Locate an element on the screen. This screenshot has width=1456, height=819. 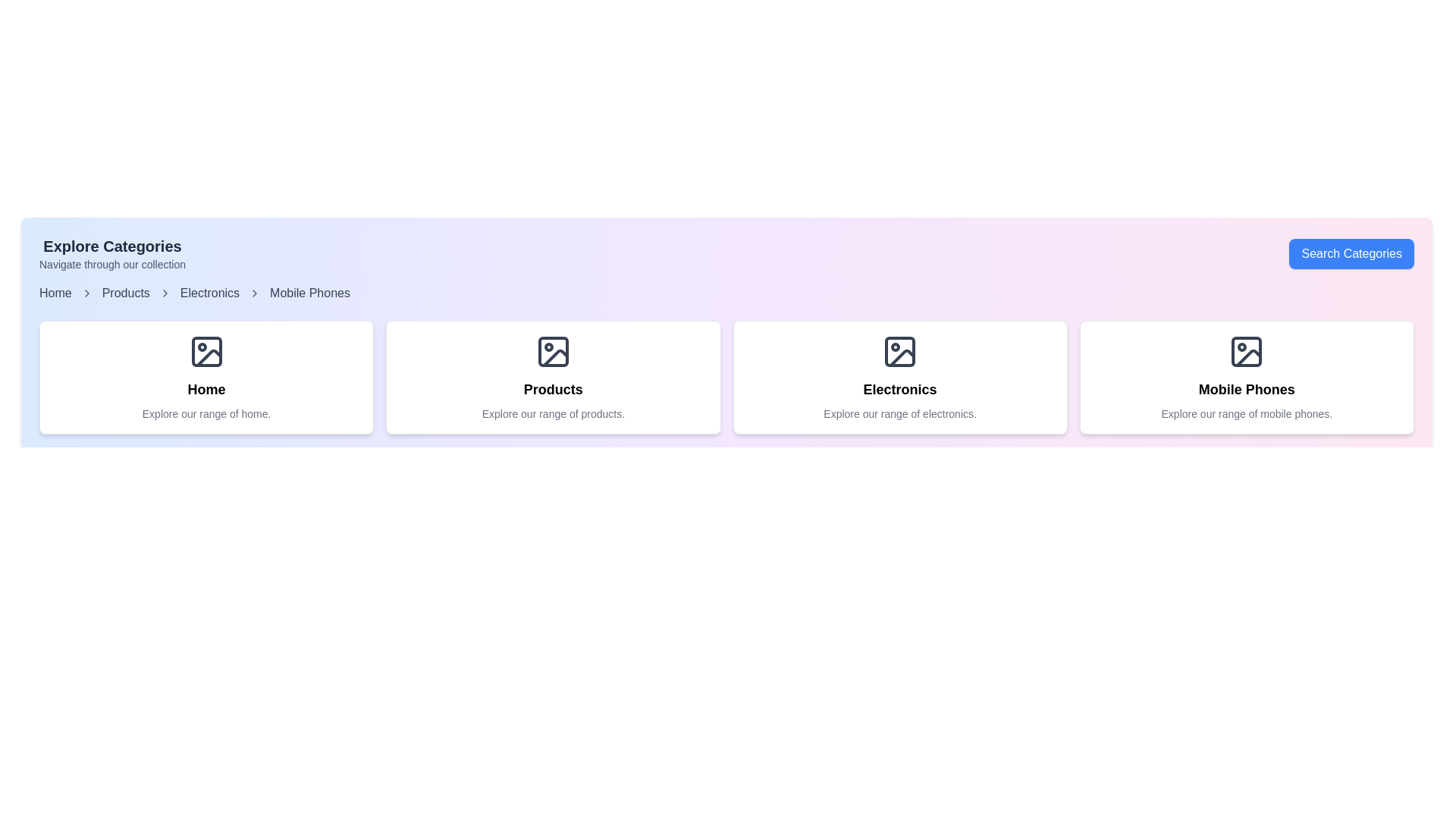
the 'Home' hyperlink in the breadcrumb navigation is located at coordinates (55, 293).